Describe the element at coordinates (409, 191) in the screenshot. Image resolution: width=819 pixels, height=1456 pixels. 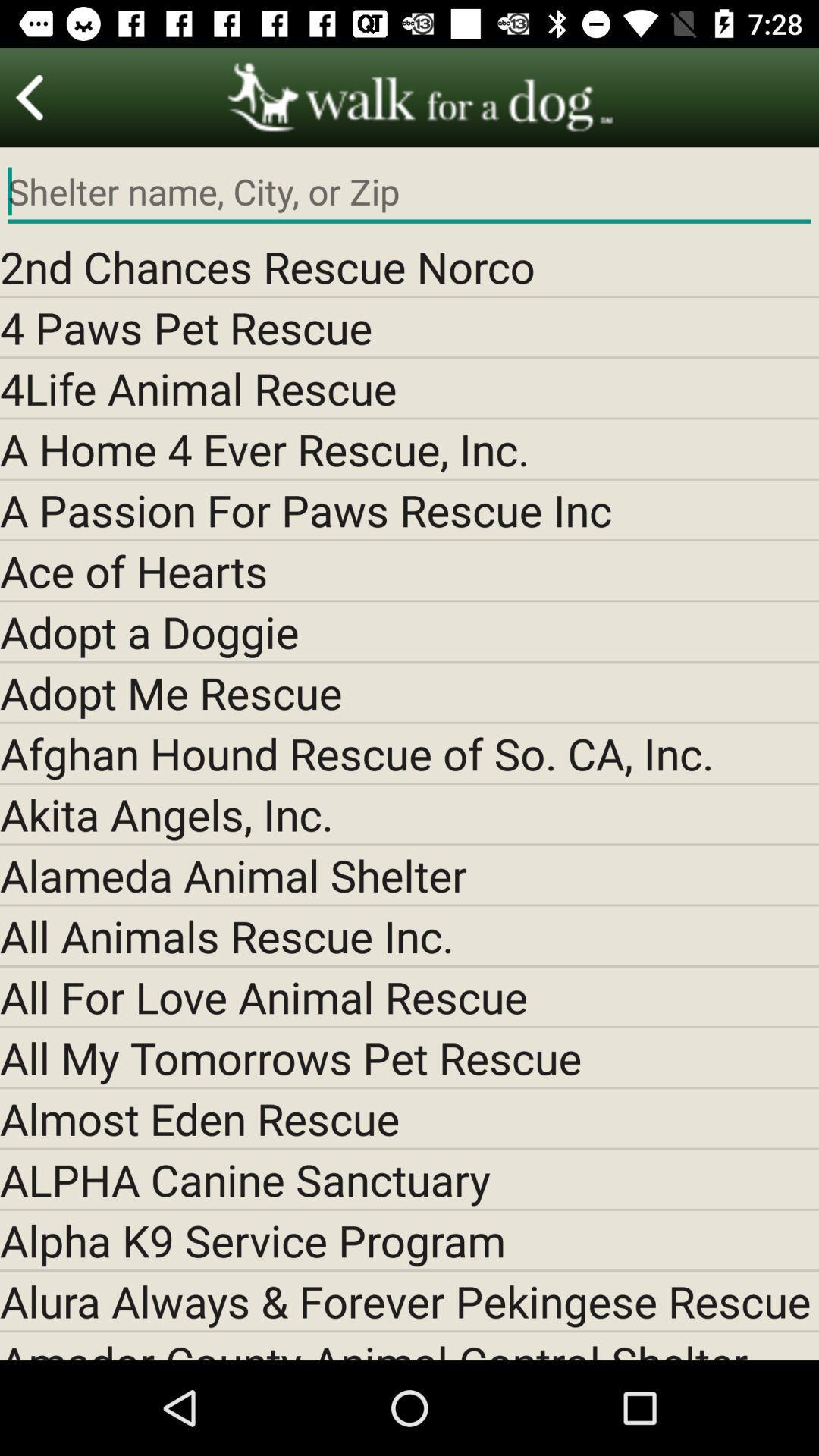
I see `search criteria` at that location.